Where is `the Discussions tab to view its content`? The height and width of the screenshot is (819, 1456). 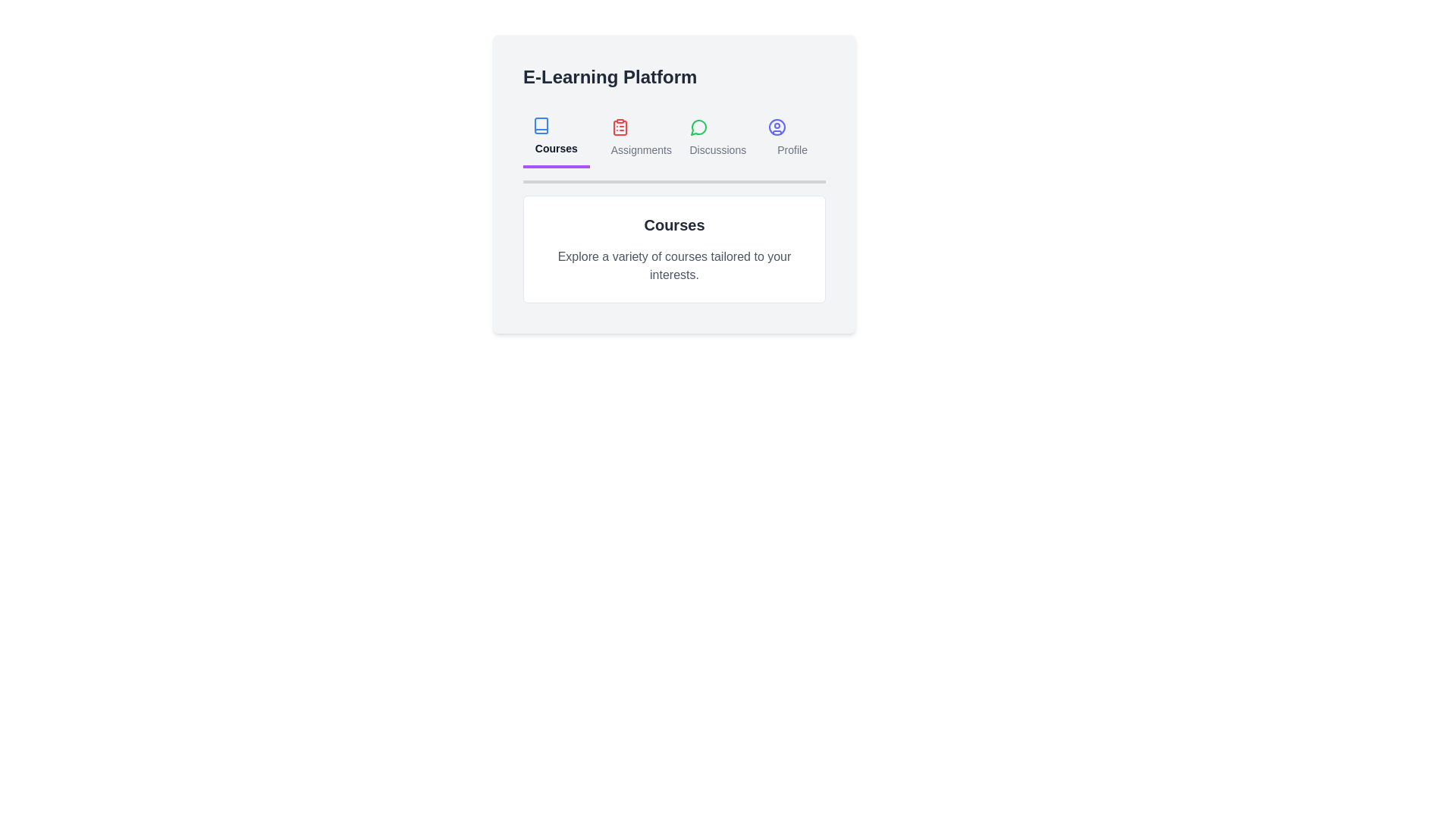 the Discussions tab to view its content is located at coordinates (713, 137).